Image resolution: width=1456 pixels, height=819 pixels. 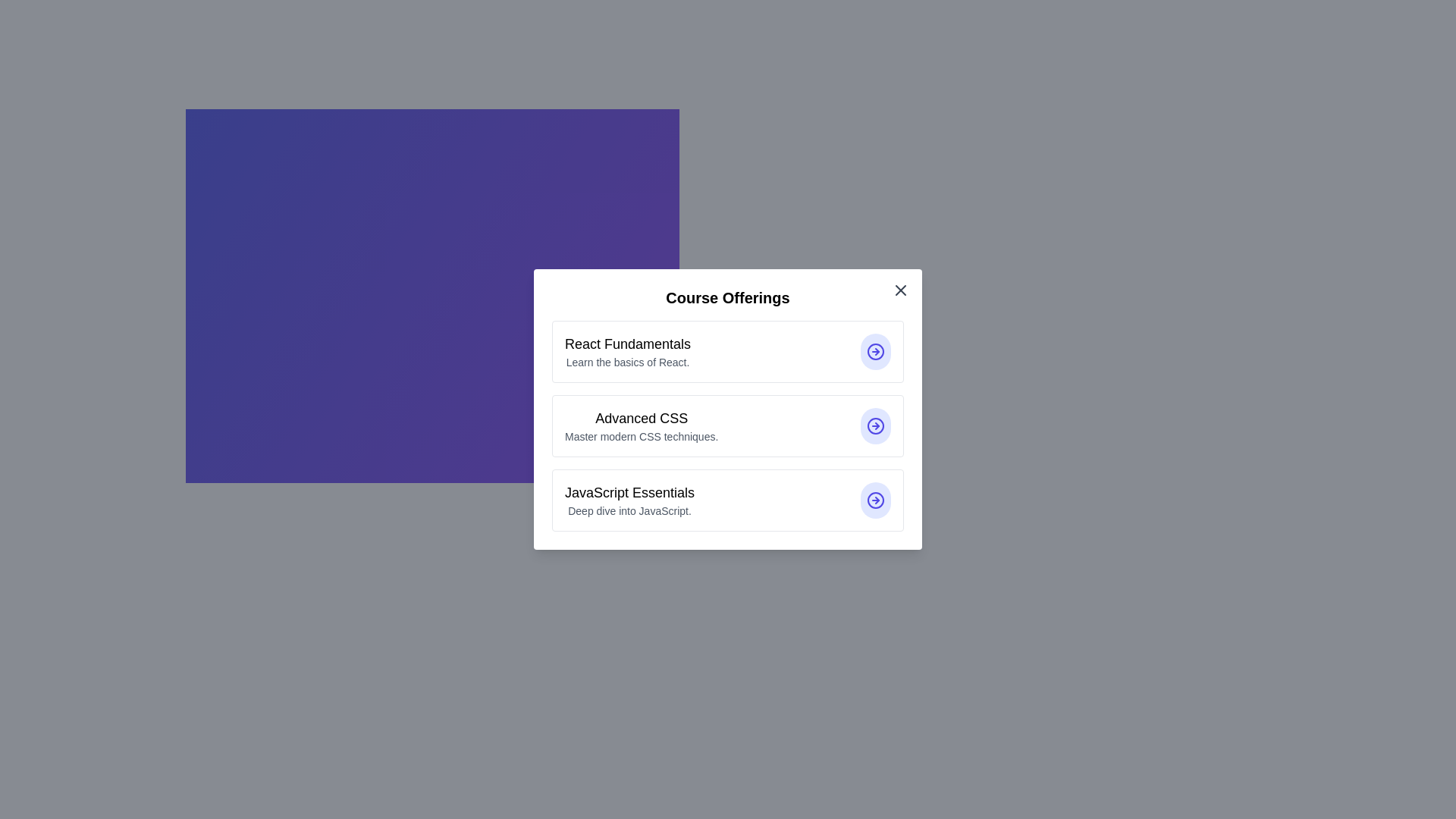 What do you see at coordinates (628, 362) in the screenshot?
I see `the text label providing additional information about the 'React Fundamentals' course, located beneath the course title within the first course offering card` at bounding box center [628, 362].